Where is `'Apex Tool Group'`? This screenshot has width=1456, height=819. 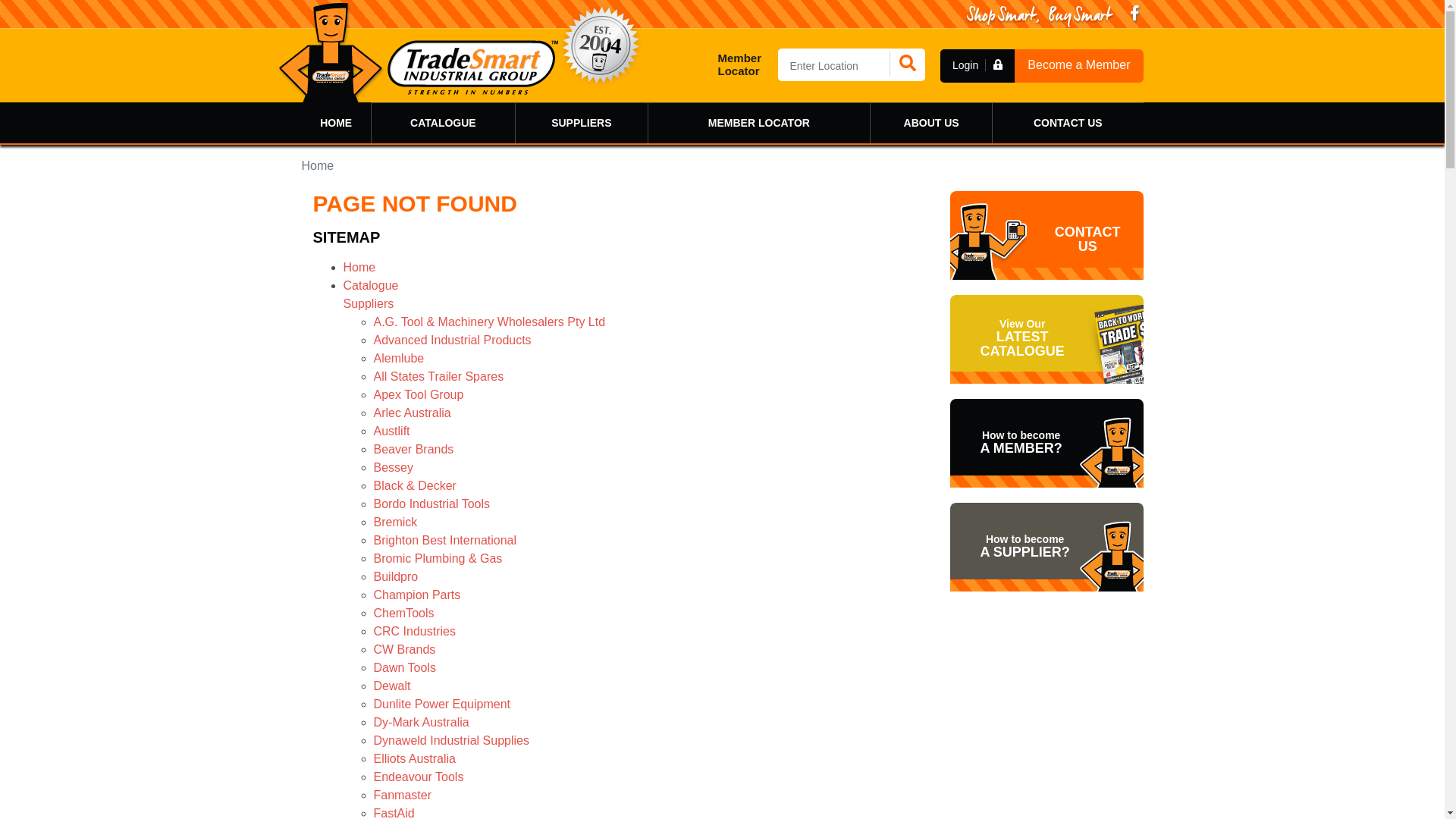 'Apex Tool Group' is located at coordinates (418, 394).